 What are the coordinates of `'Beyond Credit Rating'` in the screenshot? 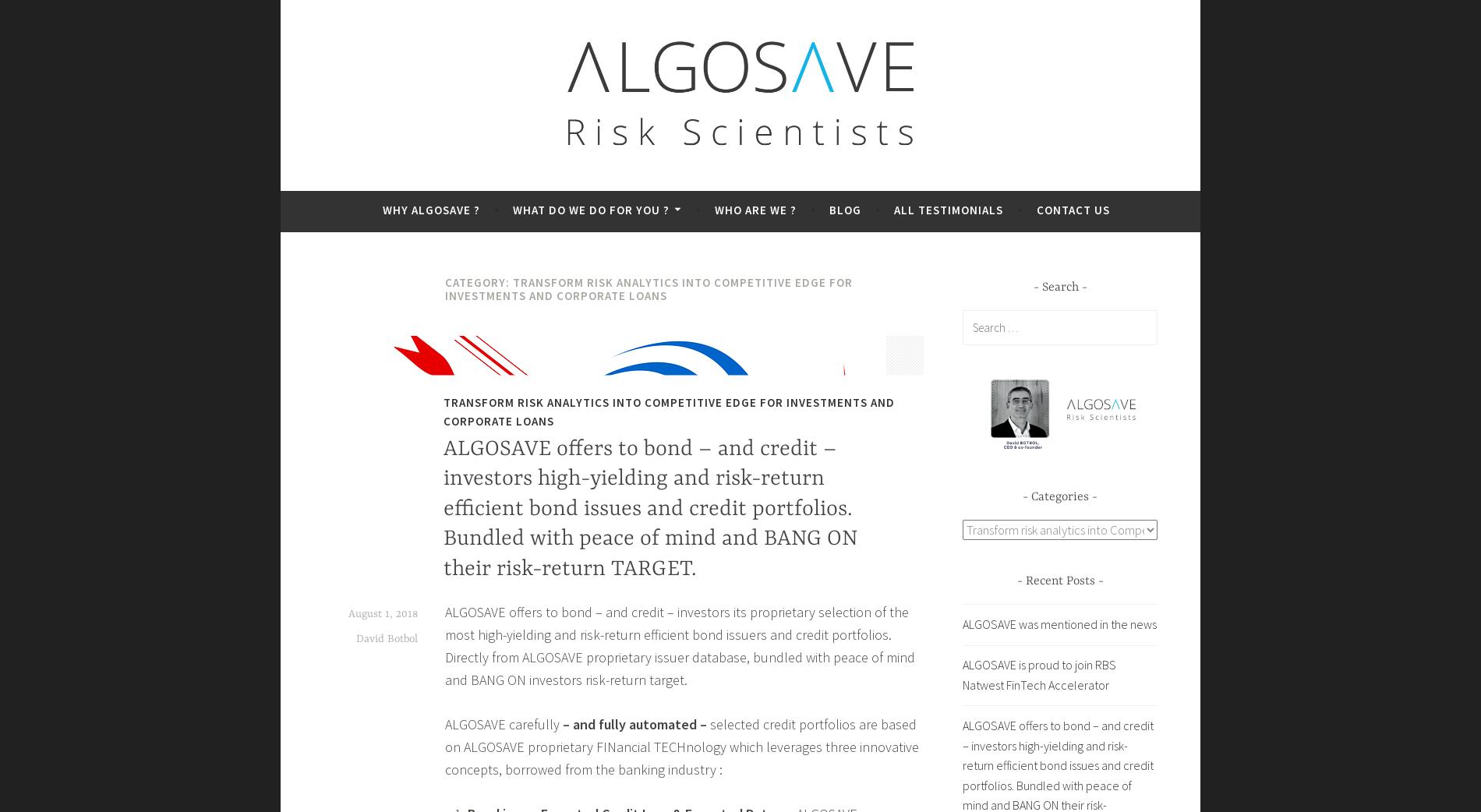 It's located at (330, 166).